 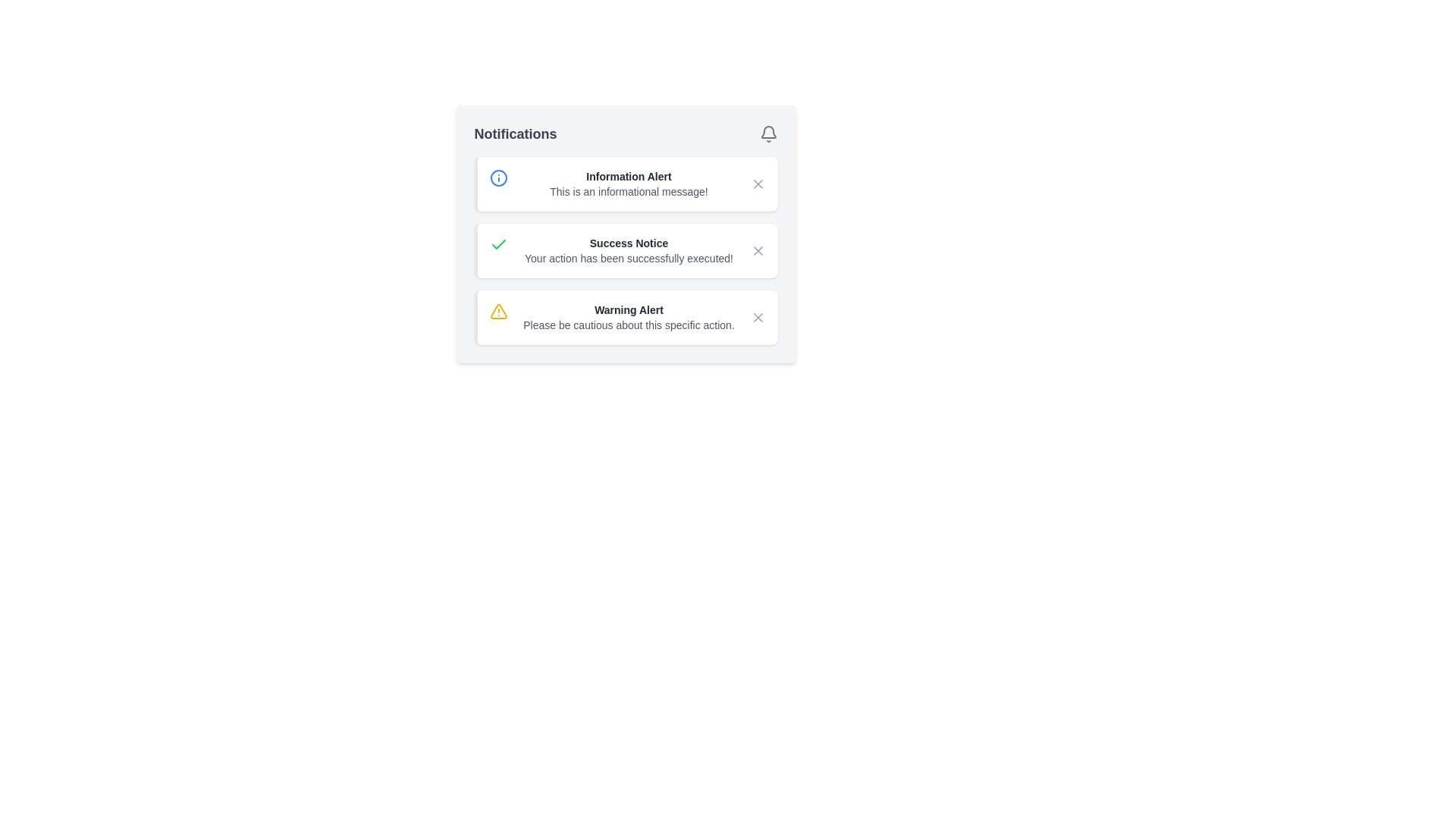 What do you see at coordinates (498, 311) in the screenshot?
I see `yellow triangle warning icon with a black outline, located at the bottom notification module next to the 'Warning Alert' text` at bounding box center [498, 311].